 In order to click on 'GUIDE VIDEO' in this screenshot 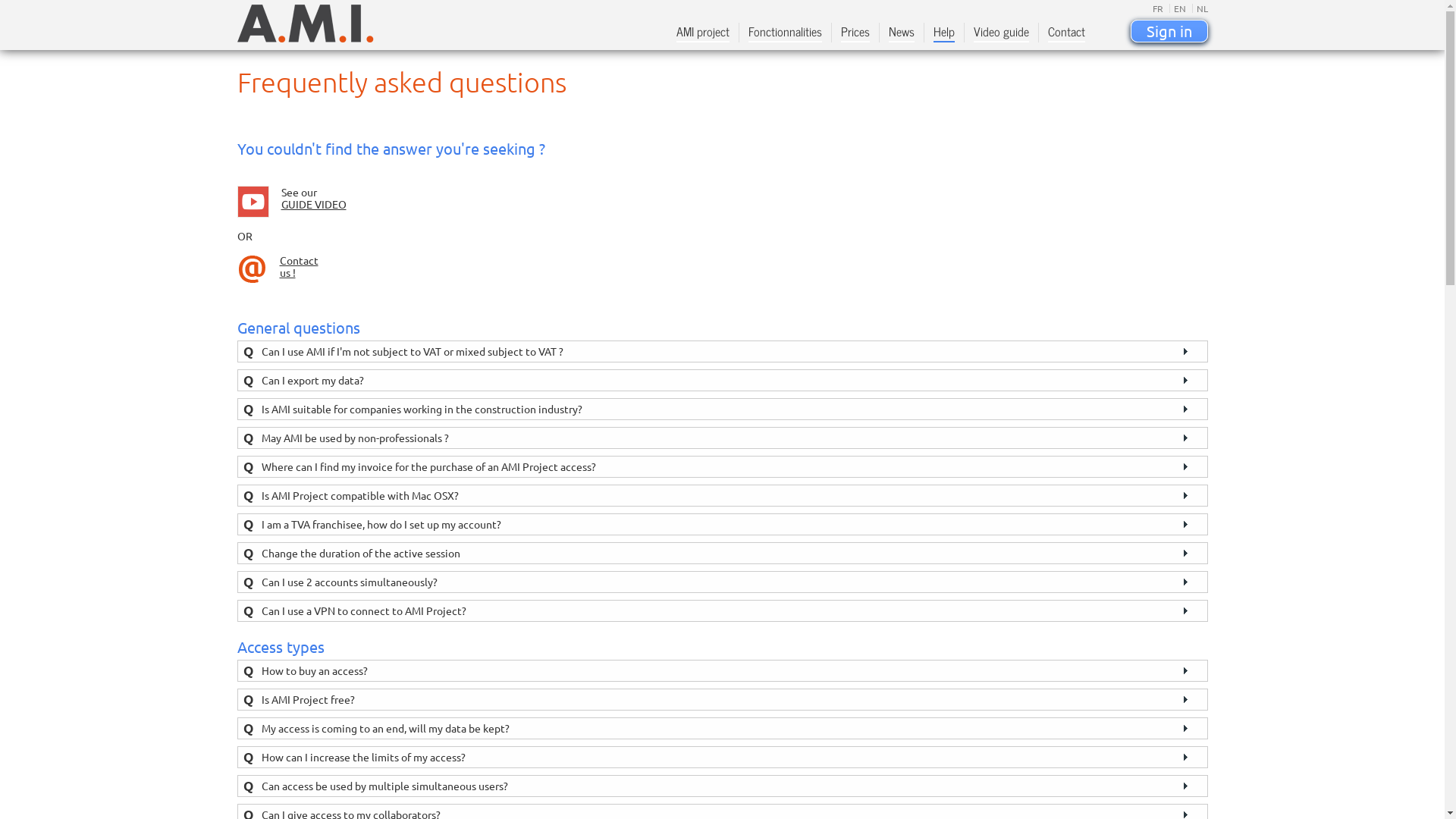, I will do `click(312, 203)`.